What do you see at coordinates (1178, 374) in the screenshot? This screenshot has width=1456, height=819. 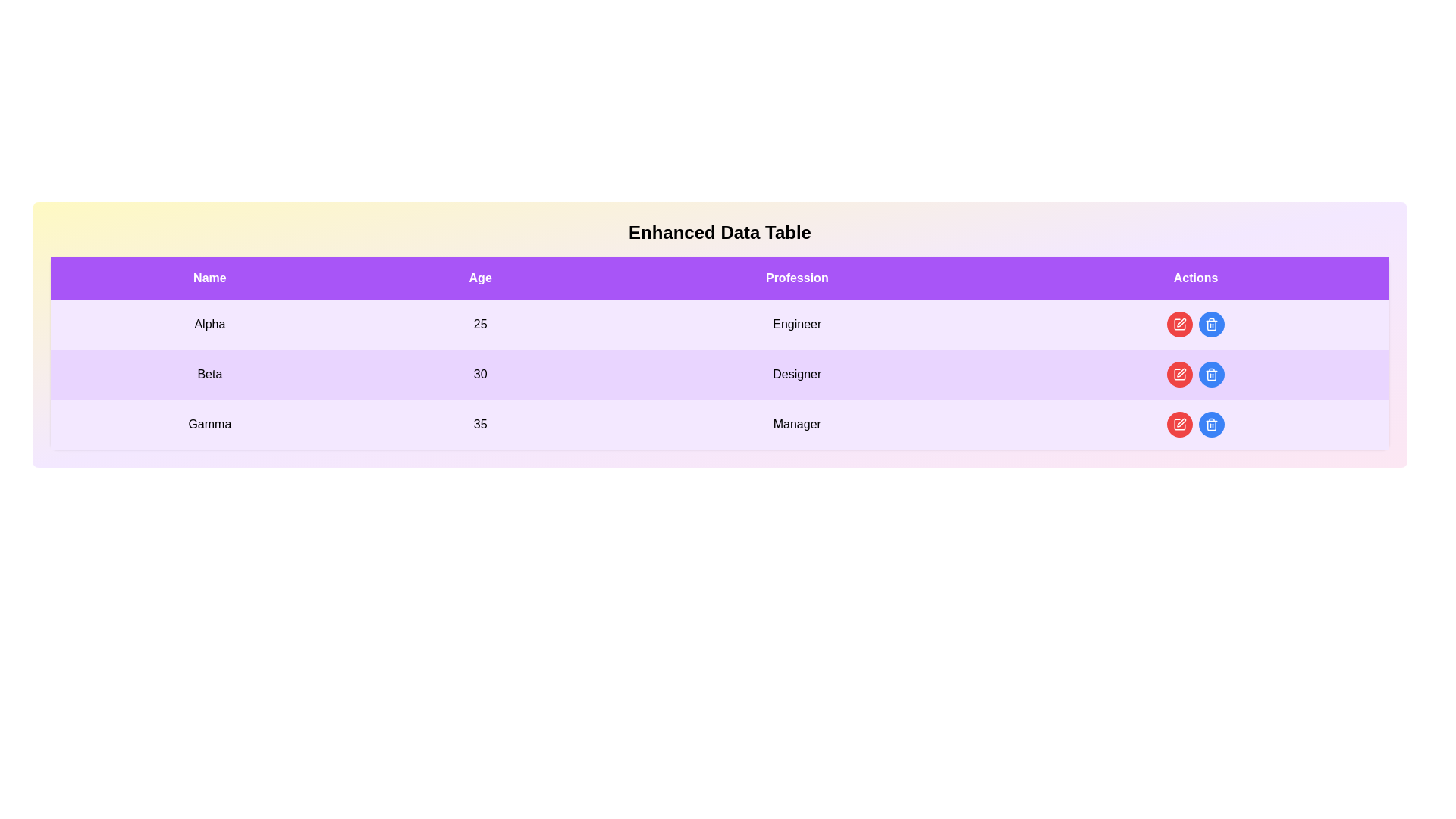 I see `edit button for the entry with name Beta` at bounding box center [1178, 374].